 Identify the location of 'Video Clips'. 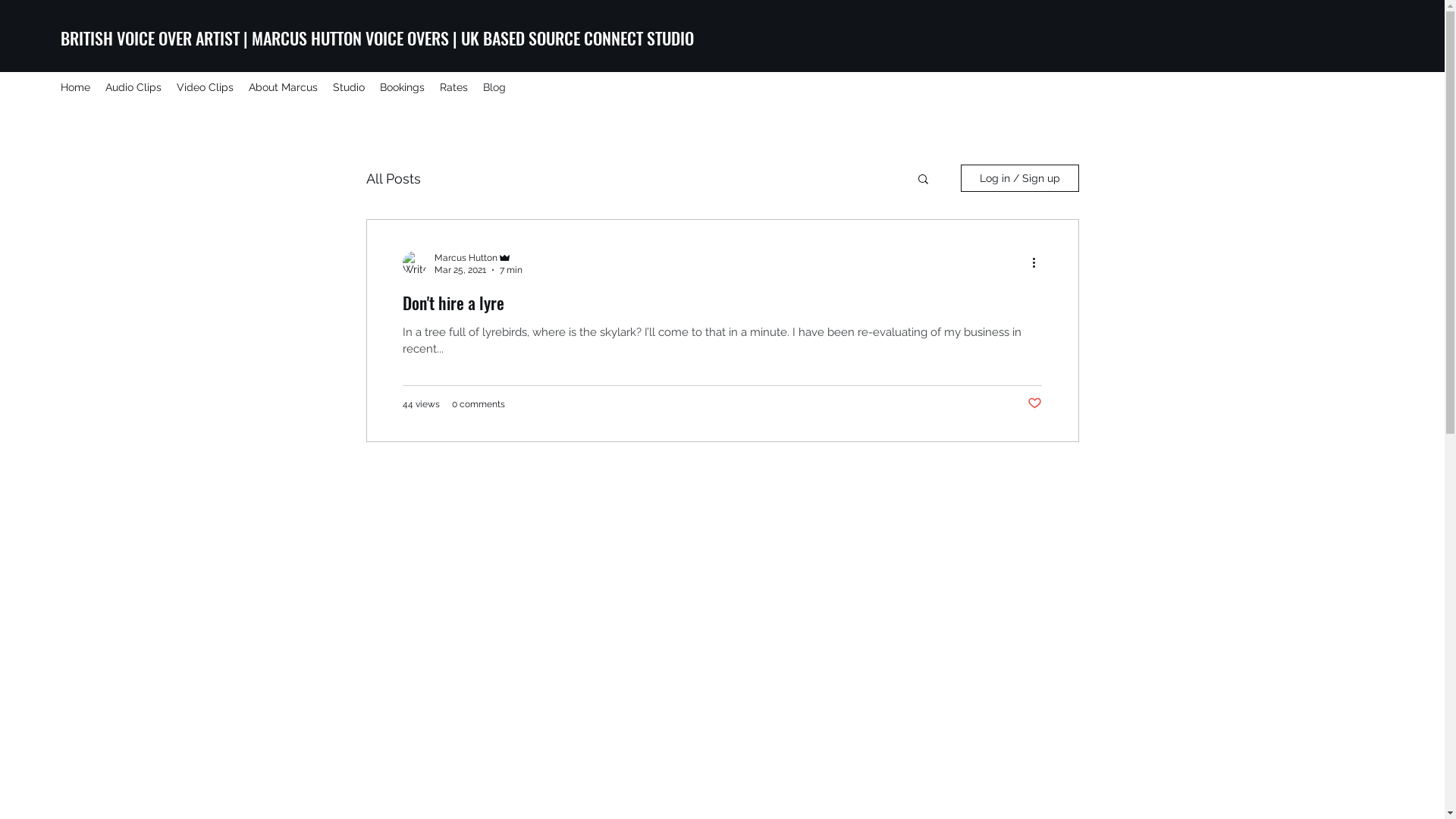
(204, 87).